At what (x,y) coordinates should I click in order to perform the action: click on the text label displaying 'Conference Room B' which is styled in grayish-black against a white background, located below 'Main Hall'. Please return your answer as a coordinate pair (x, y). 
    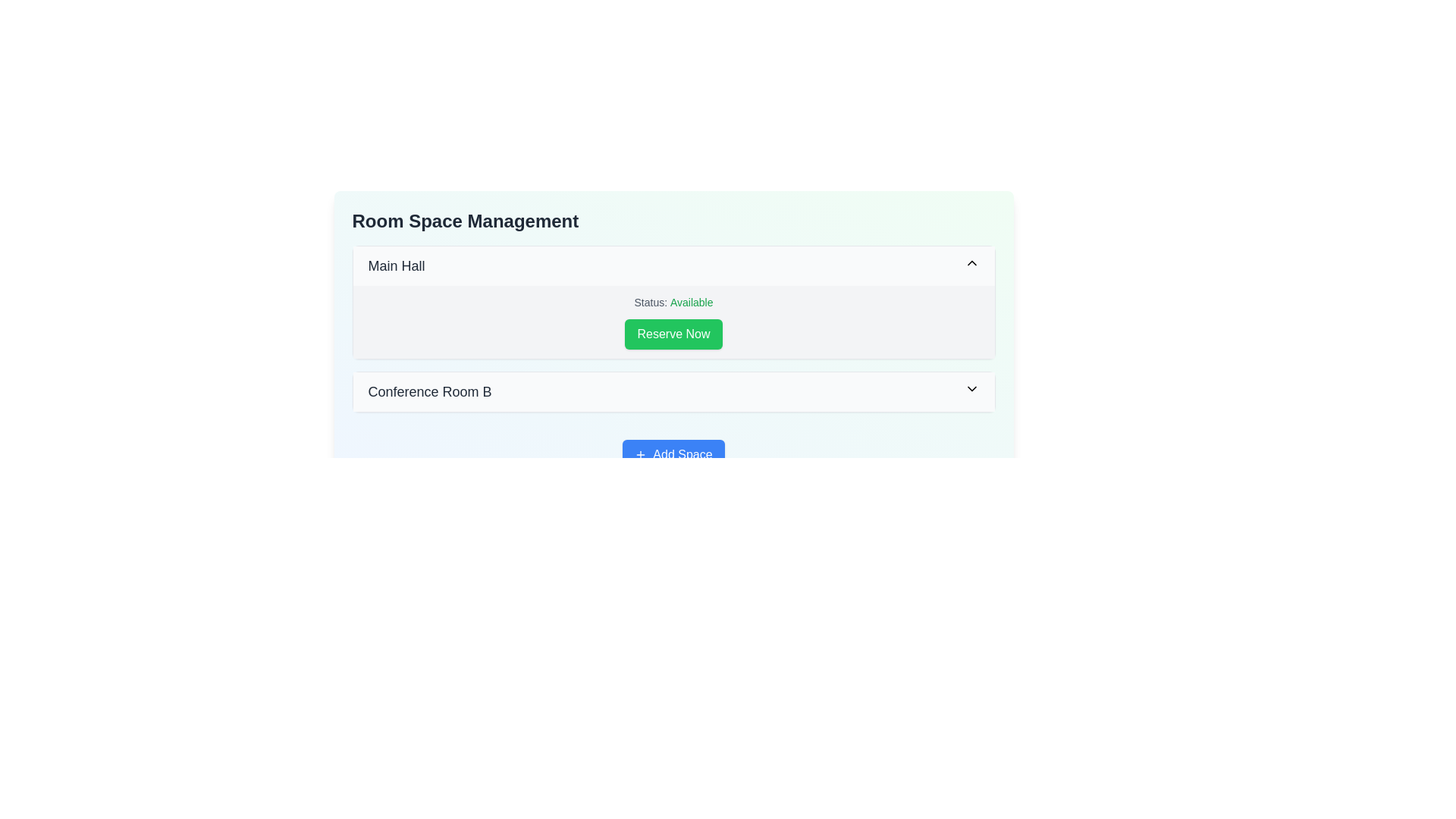
    Looking at the image, I should click on (428, 391).